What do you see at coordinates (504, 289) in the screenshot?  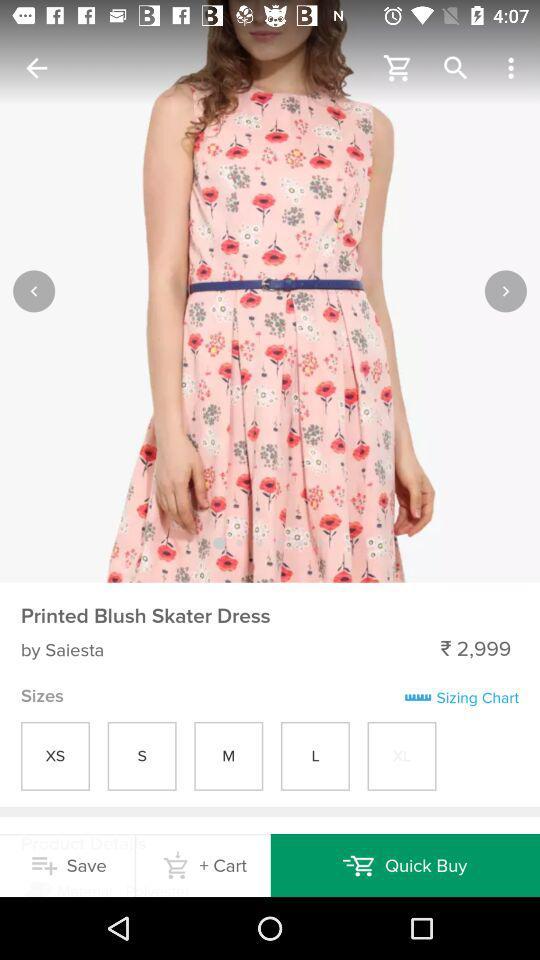 I see `right arrow in the image` at bounding box center [504, 289].